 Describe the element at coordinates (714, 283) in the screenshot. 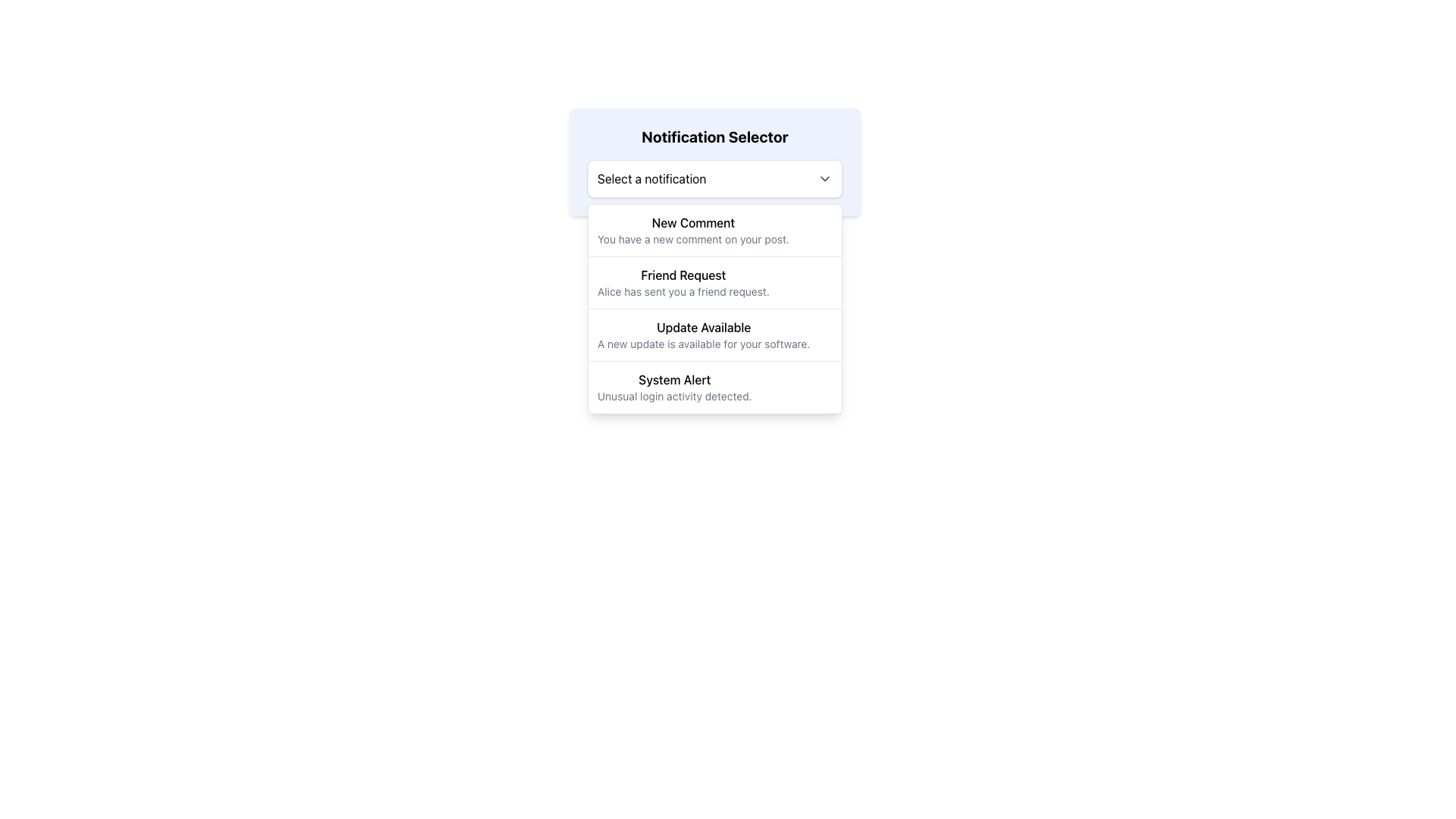

I see `the second notification entry in the list` at that location.